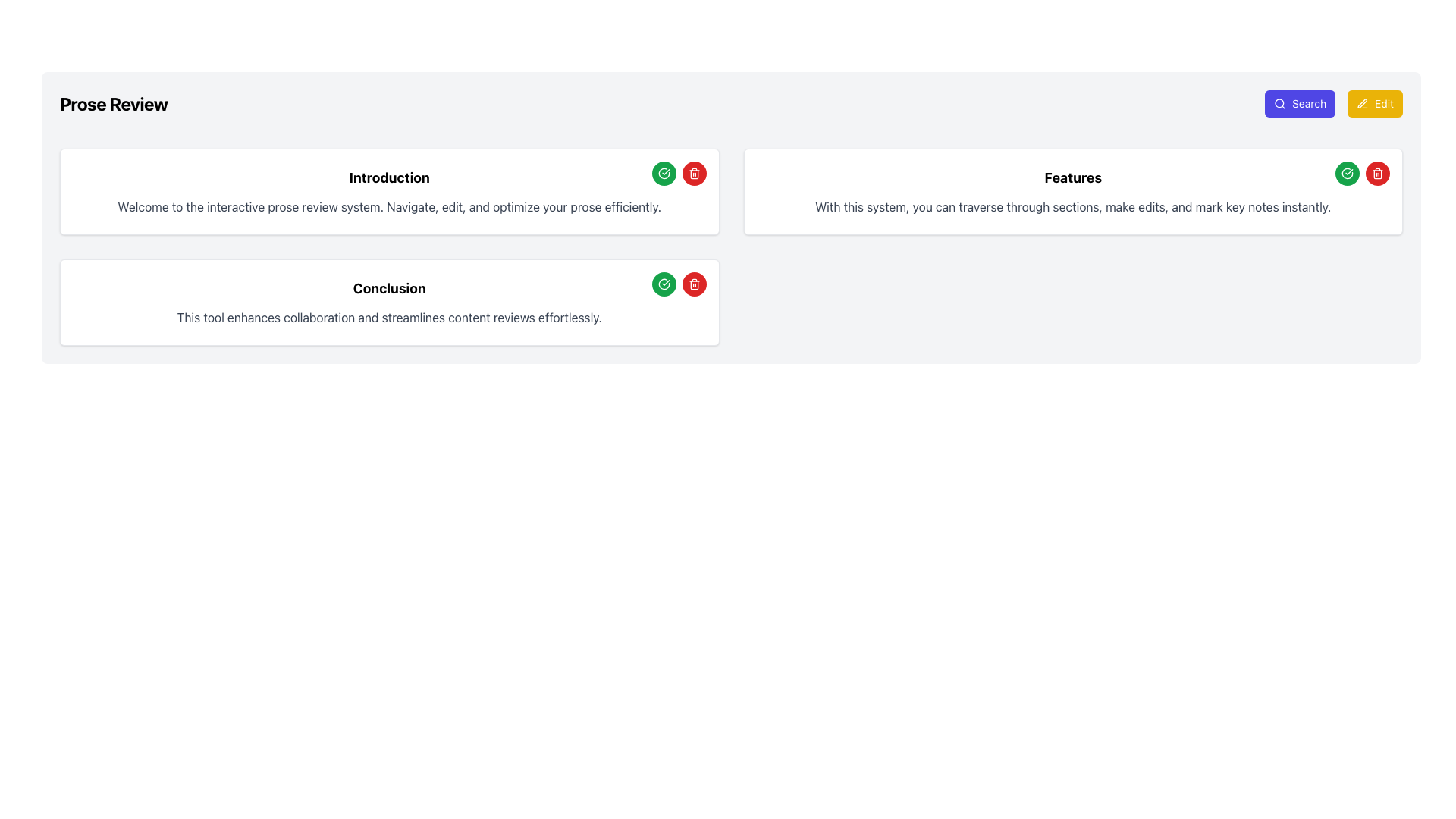 This screenshot has height=819, width=1456. I want to click on the trash icon element located in the 'Features' section of the application layout, which is part of the bin frame with a rectangular body and protruding top section, so click(1378, 174).